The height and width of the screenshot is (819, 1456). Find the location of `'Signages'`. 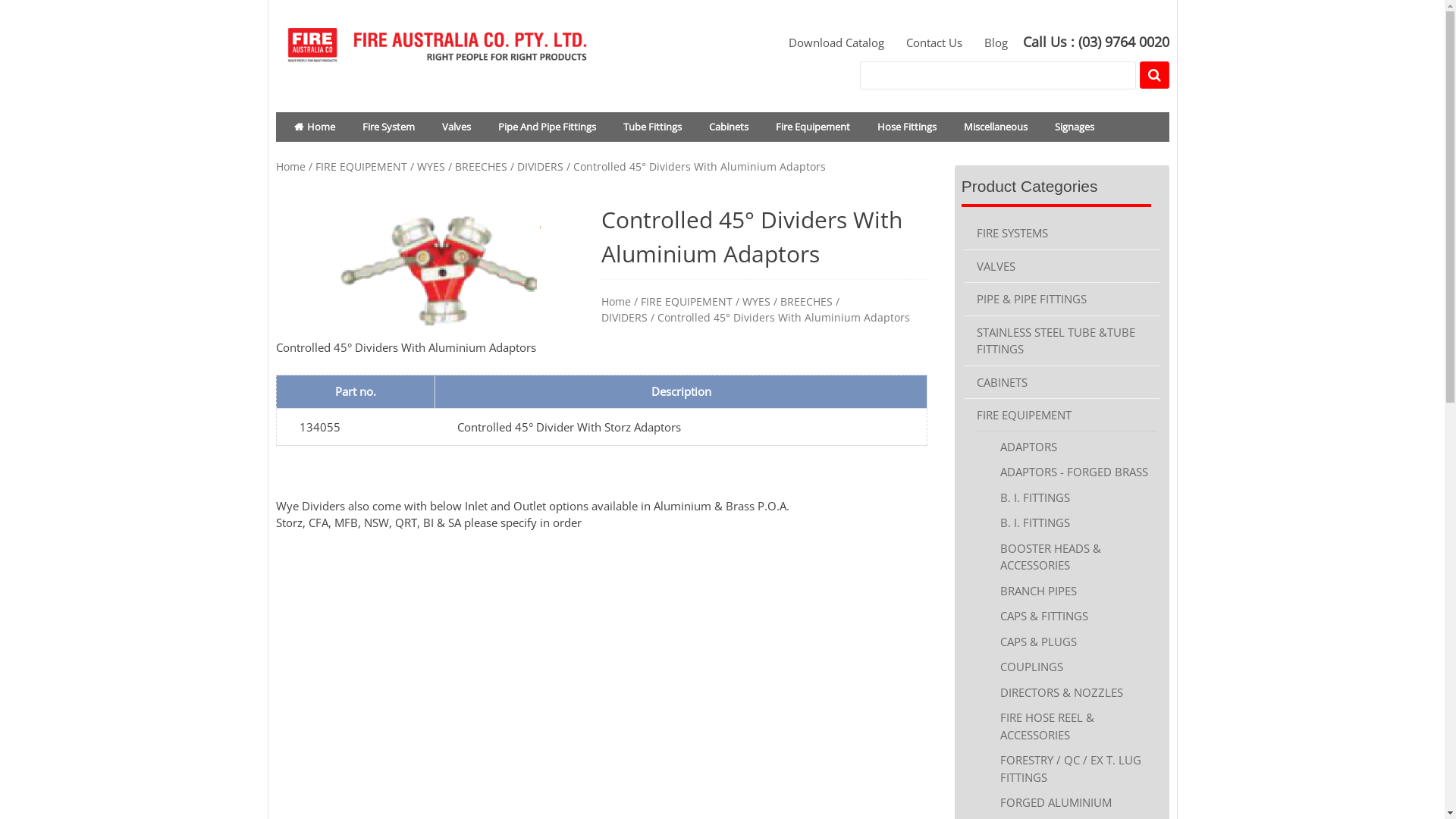

'Signages' is located at coordinates (1073, 126).